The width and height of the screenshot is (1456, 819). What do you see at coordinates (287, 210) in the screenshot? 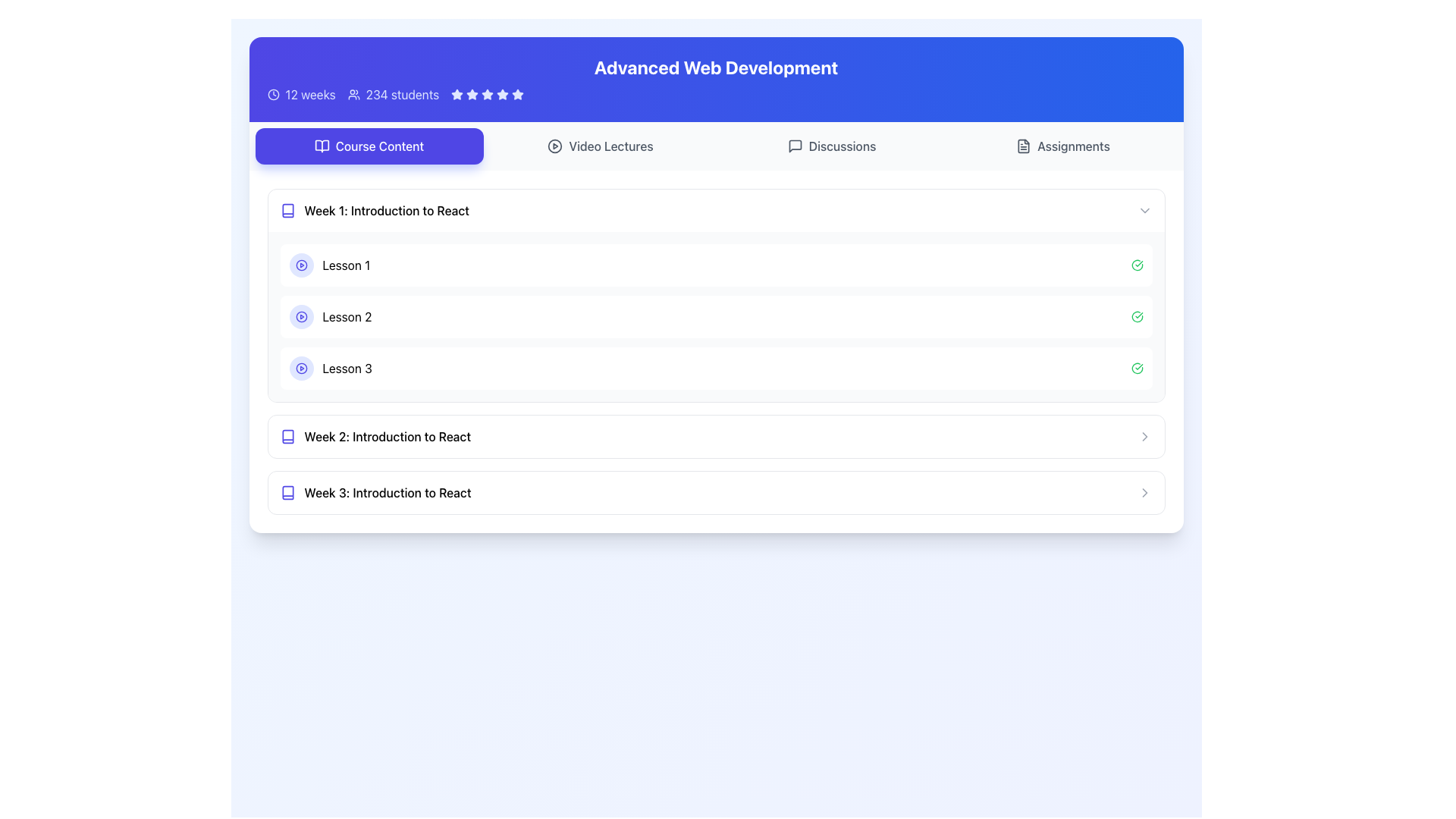
I see `the small indigo book icon located to the left of the 'Week 1: Introduction to React' text` at bounding box center [287, 210].